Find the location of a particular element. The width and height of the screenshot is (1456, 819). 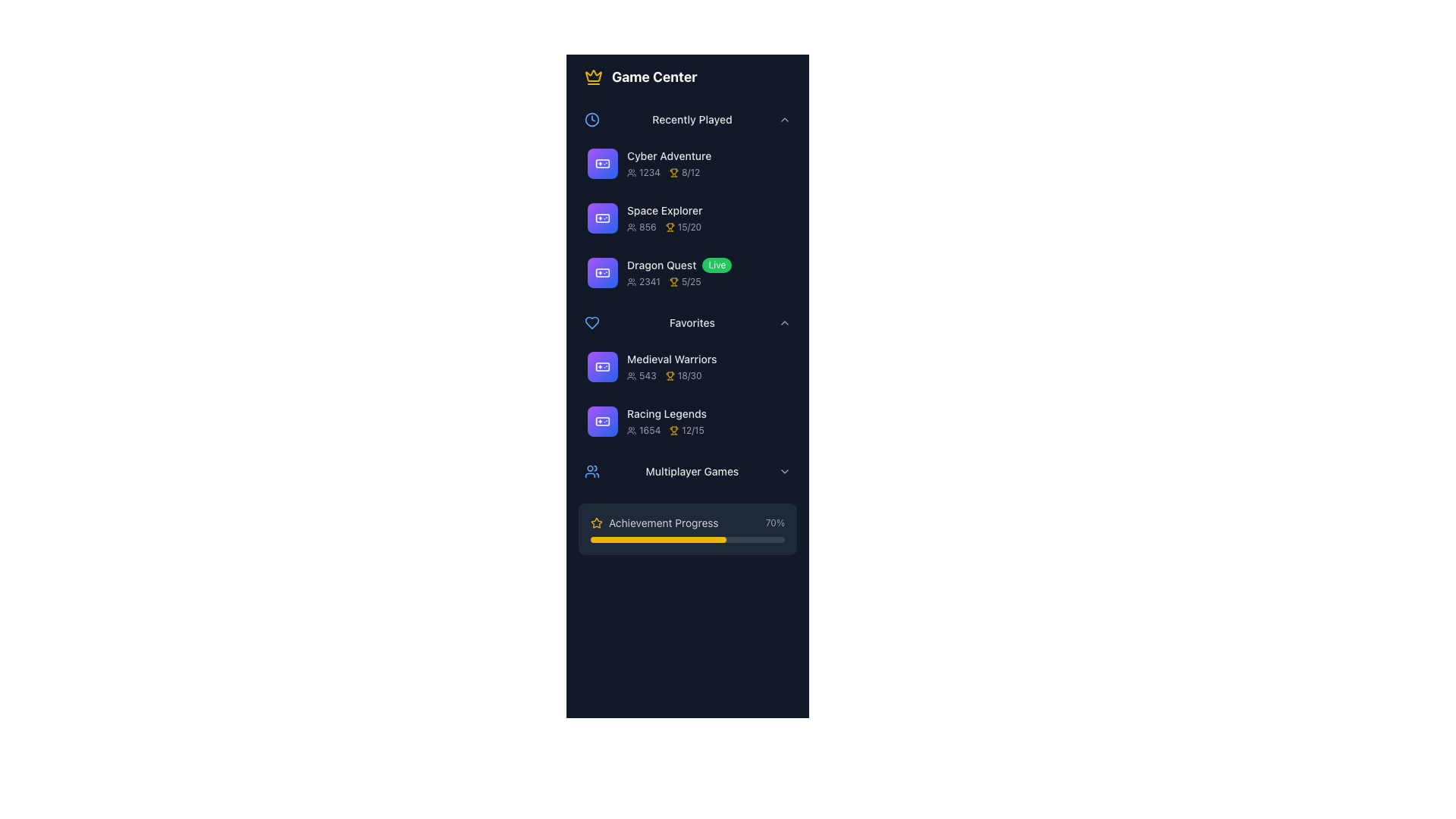

the text label displaying the title of the first game listed in the 'Recently Played' section of the game menu interface is located at coordinates (668, 155).